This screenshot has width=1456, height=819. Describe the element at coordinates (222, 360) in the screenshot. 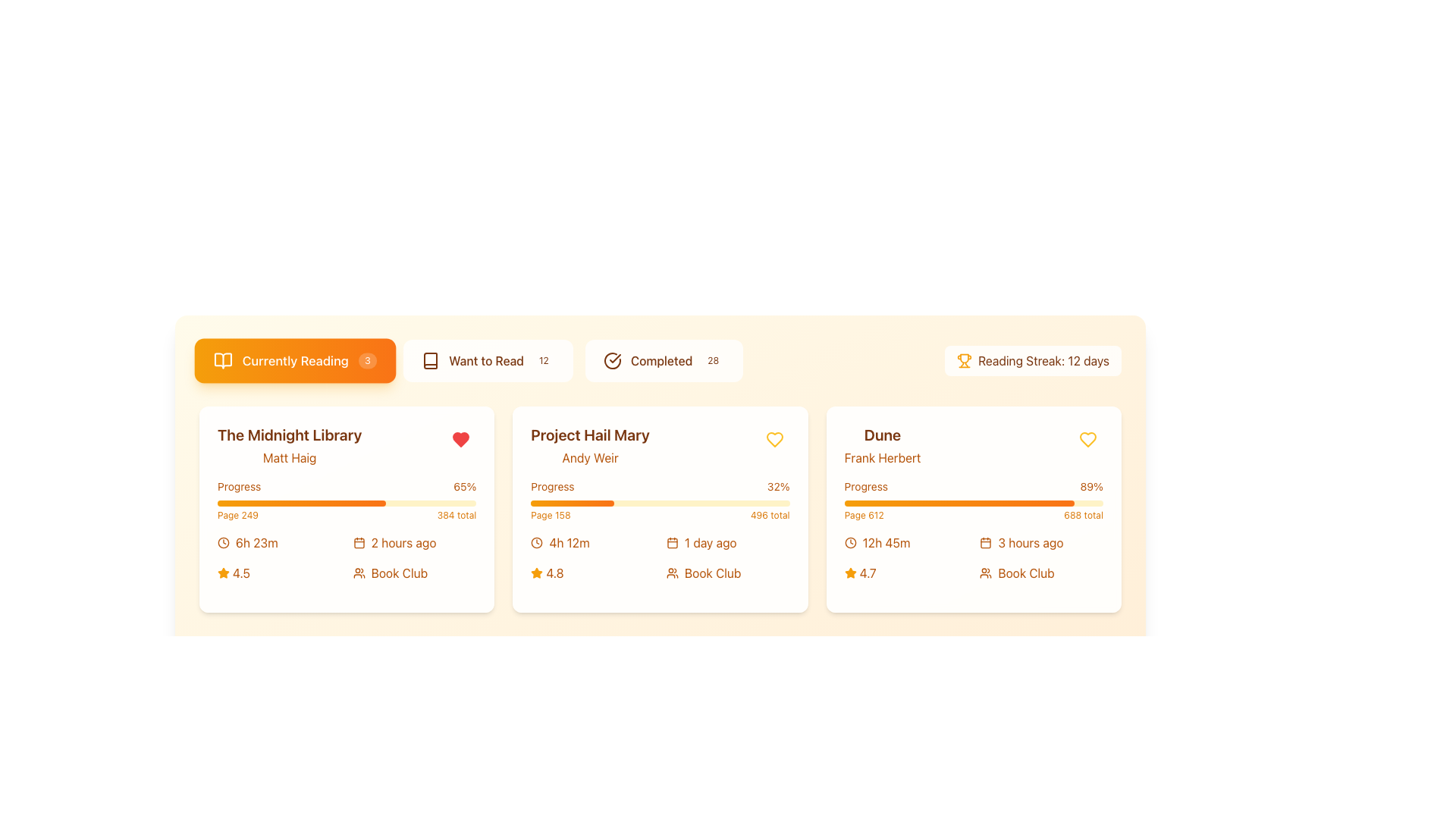

I see `the orange book icon located on the leftmost part of the 'Currently Reading' button` at that location.